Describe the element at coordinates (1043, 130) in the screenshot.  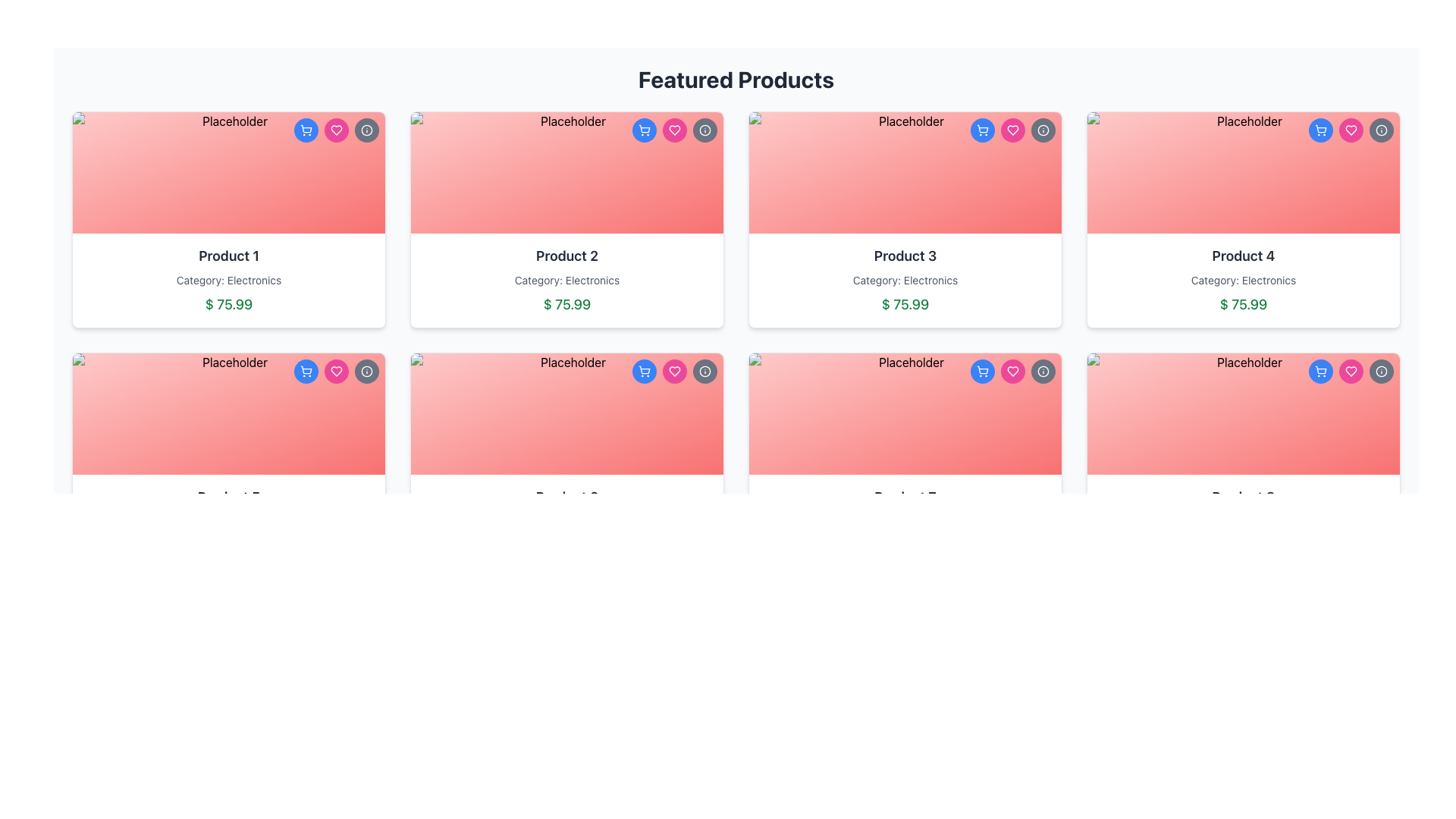
I see `the informational button located in the top-right corner of the product card` at that location.